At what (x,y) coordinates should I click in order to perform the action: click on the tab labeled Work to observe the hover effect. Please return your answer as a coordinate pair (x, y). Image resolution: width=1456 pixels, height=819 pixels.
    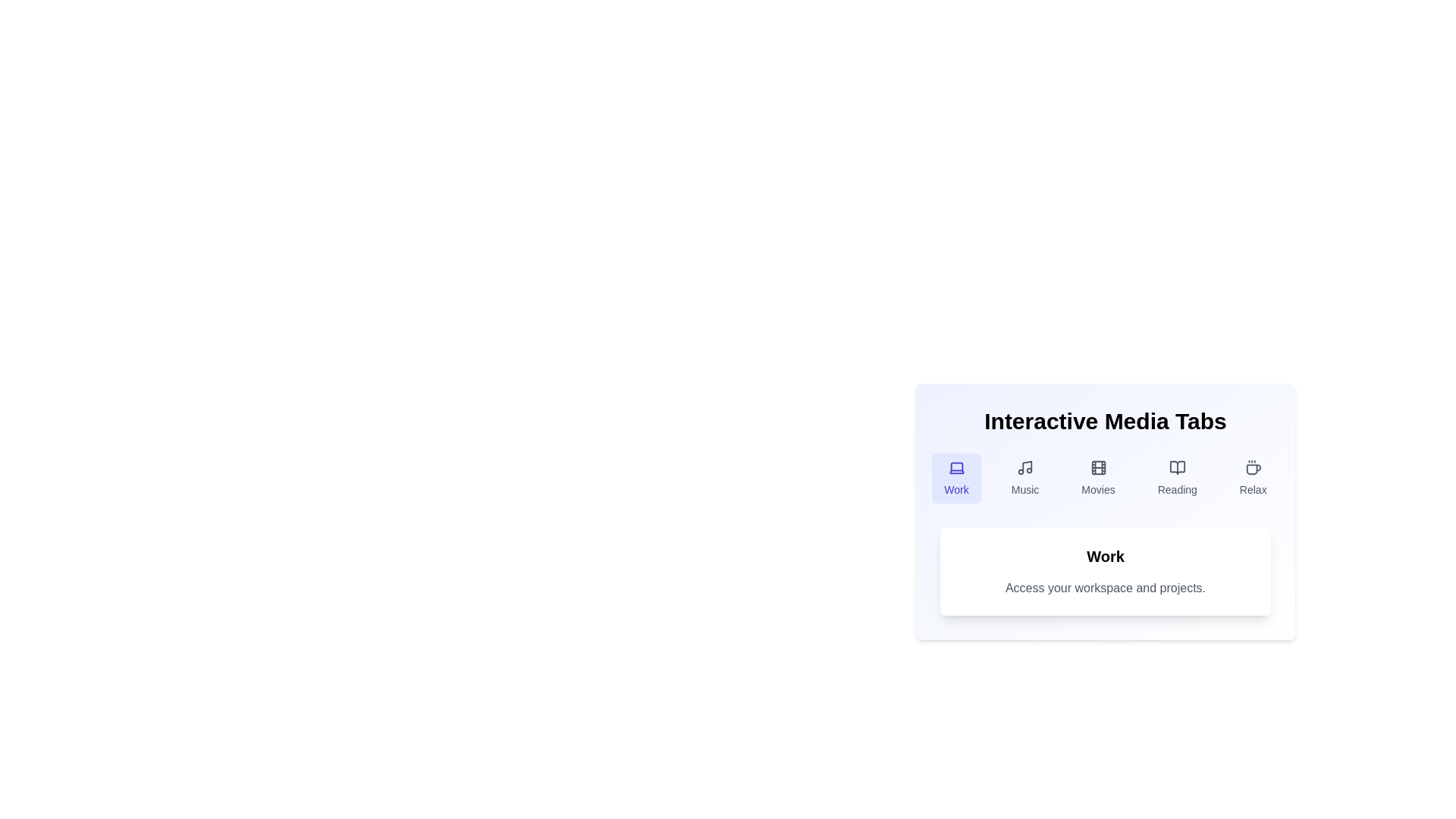
    Looking at the image, I should click on (955, 479).